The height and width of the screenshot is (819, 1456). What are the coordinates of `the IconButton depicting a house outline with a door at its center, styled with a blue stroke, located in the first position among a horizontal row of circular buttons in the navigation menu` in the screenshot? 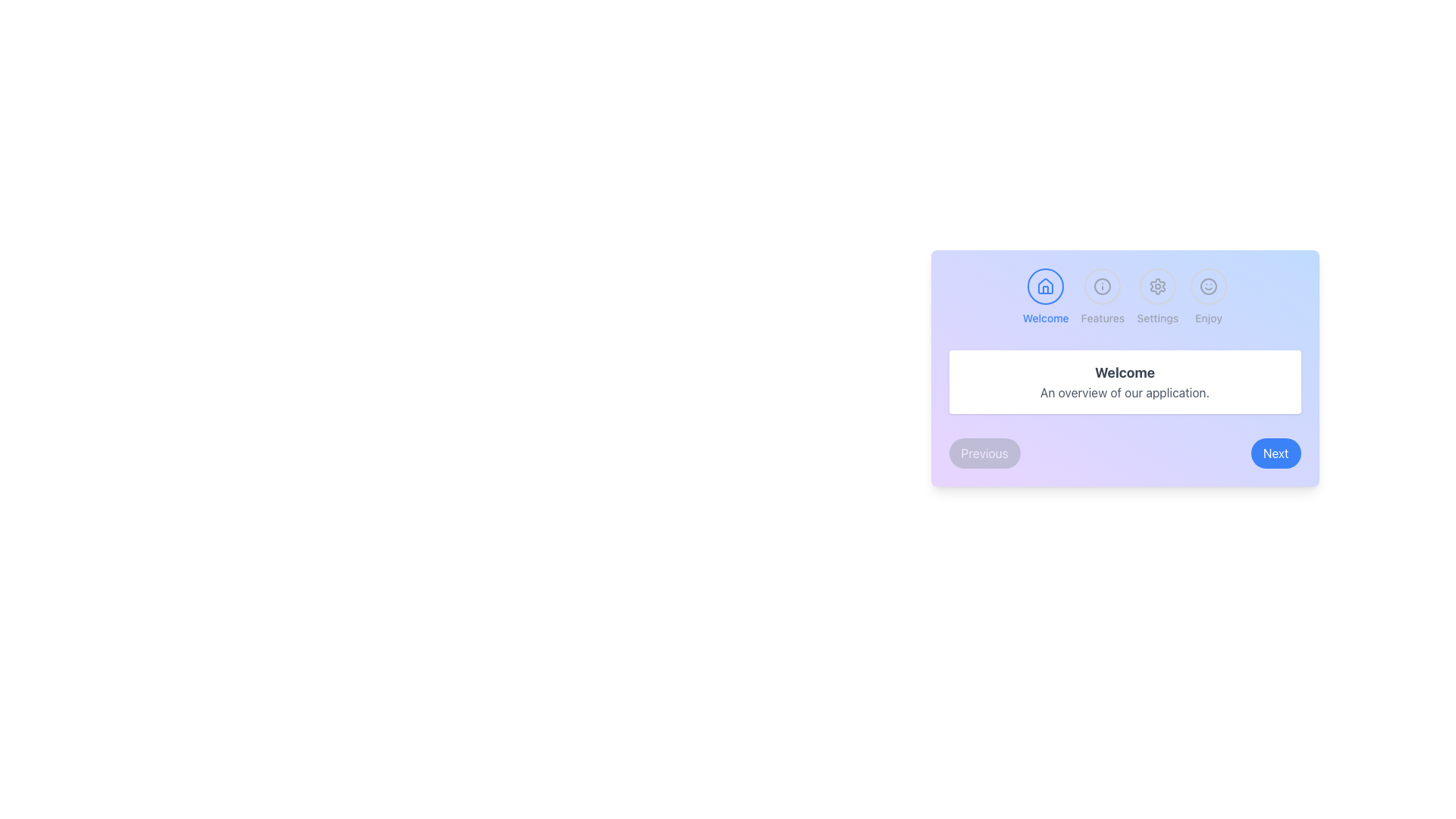 It's located at (1045, 287).